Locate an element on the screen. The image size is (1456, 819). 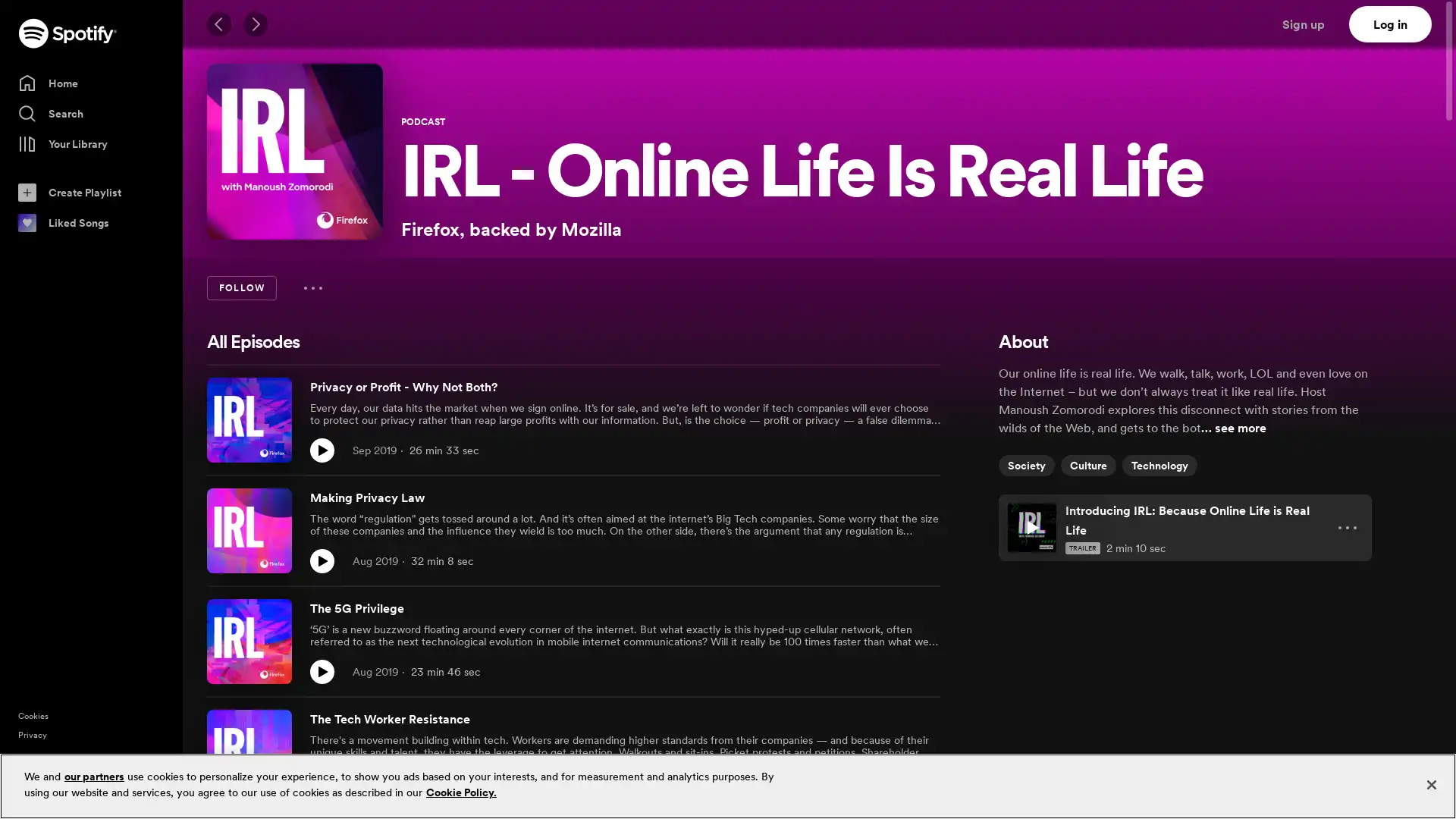
Sign up free is located at coordinates (1379, 795).